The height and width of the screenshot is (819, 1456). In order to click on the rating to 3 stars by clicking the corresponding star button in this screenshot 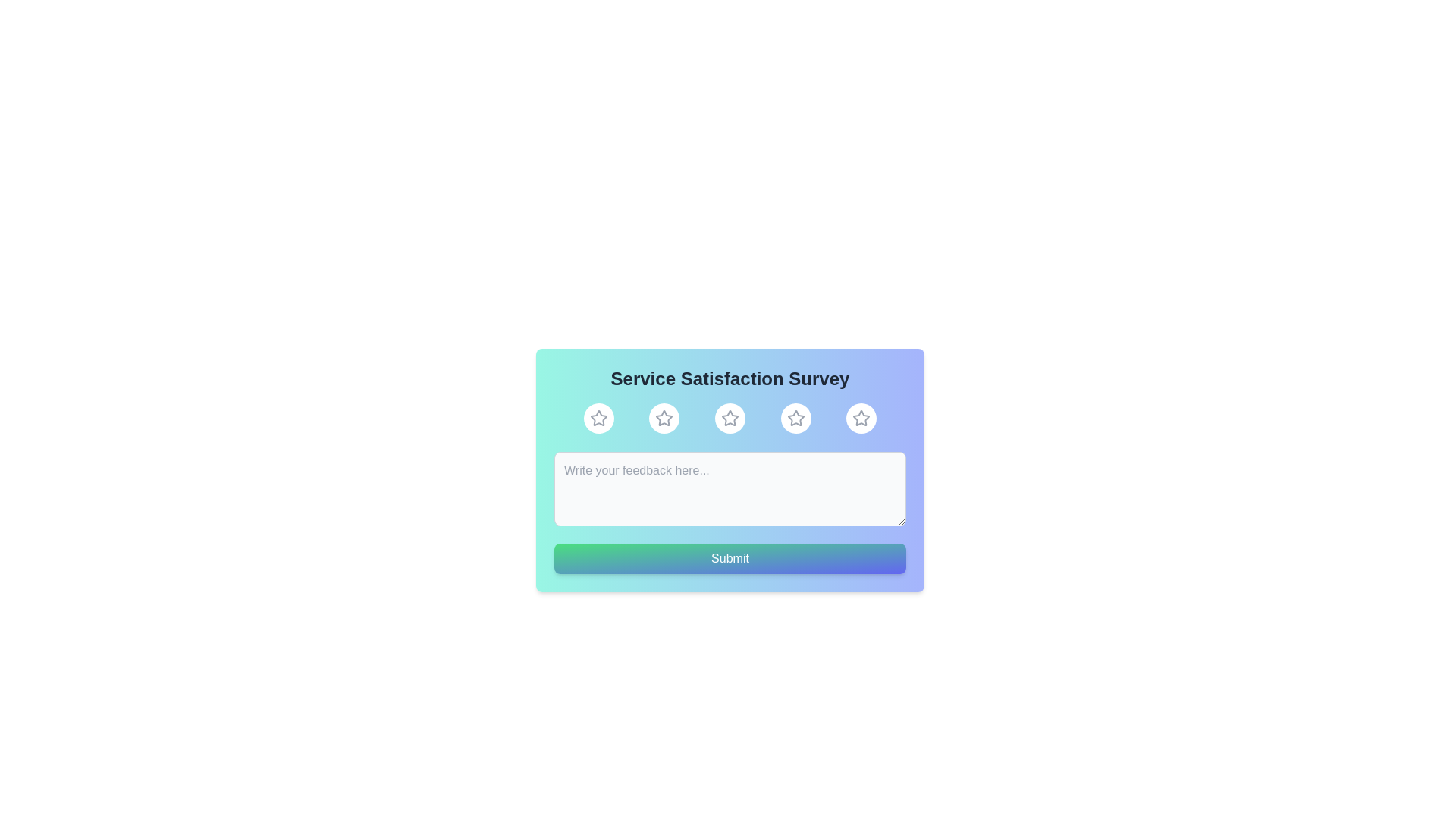, I will do `click(730, 418)`.